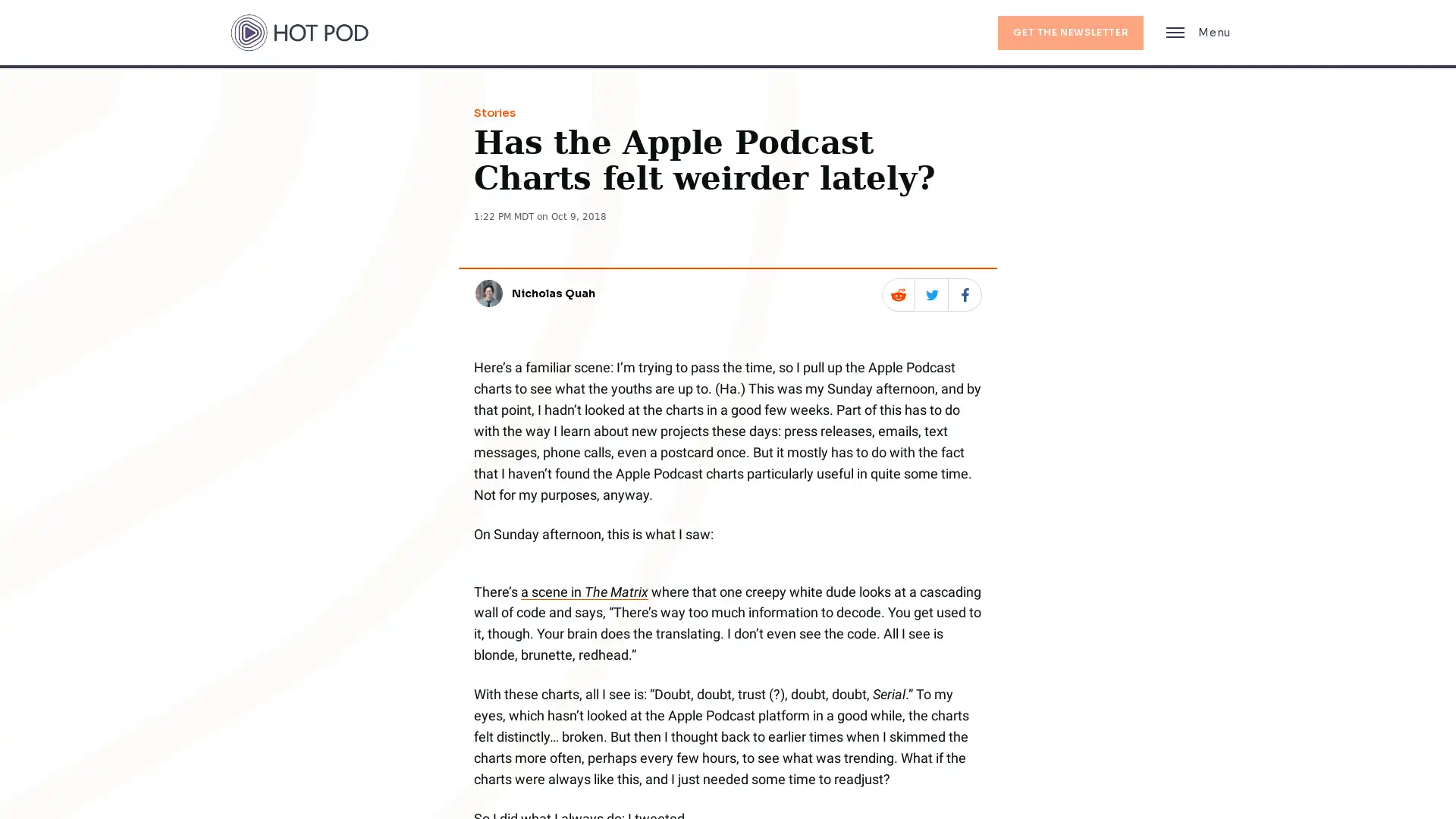 The width and height of the screenshot is (1456, 819). I want to click on GET THE NEWSLETTER, so click(1069, 32).